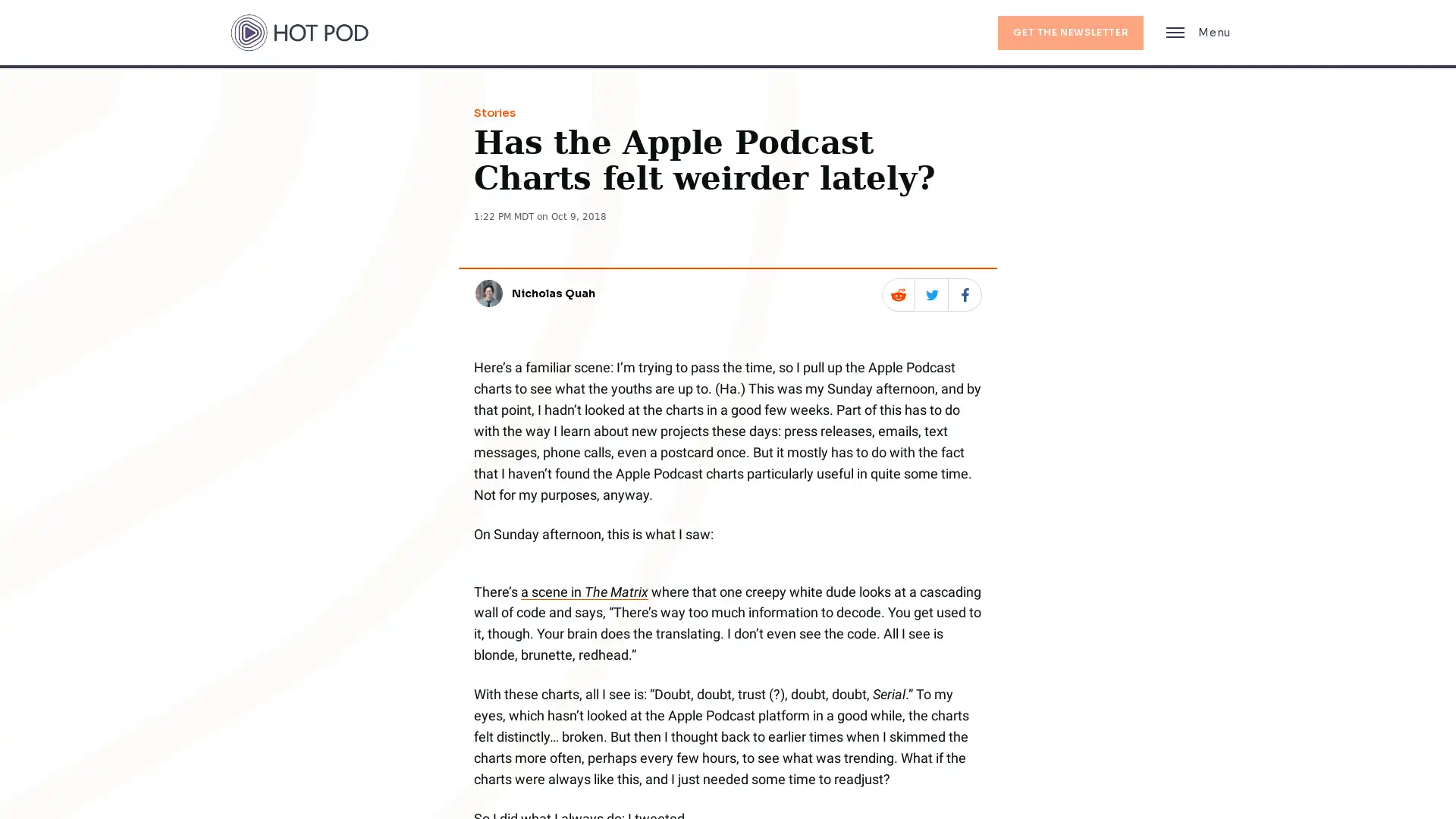 The width and height of the screenshot is (1456, 819). I want to click on GET THE NEWSLETTER, so click(1069, 32).